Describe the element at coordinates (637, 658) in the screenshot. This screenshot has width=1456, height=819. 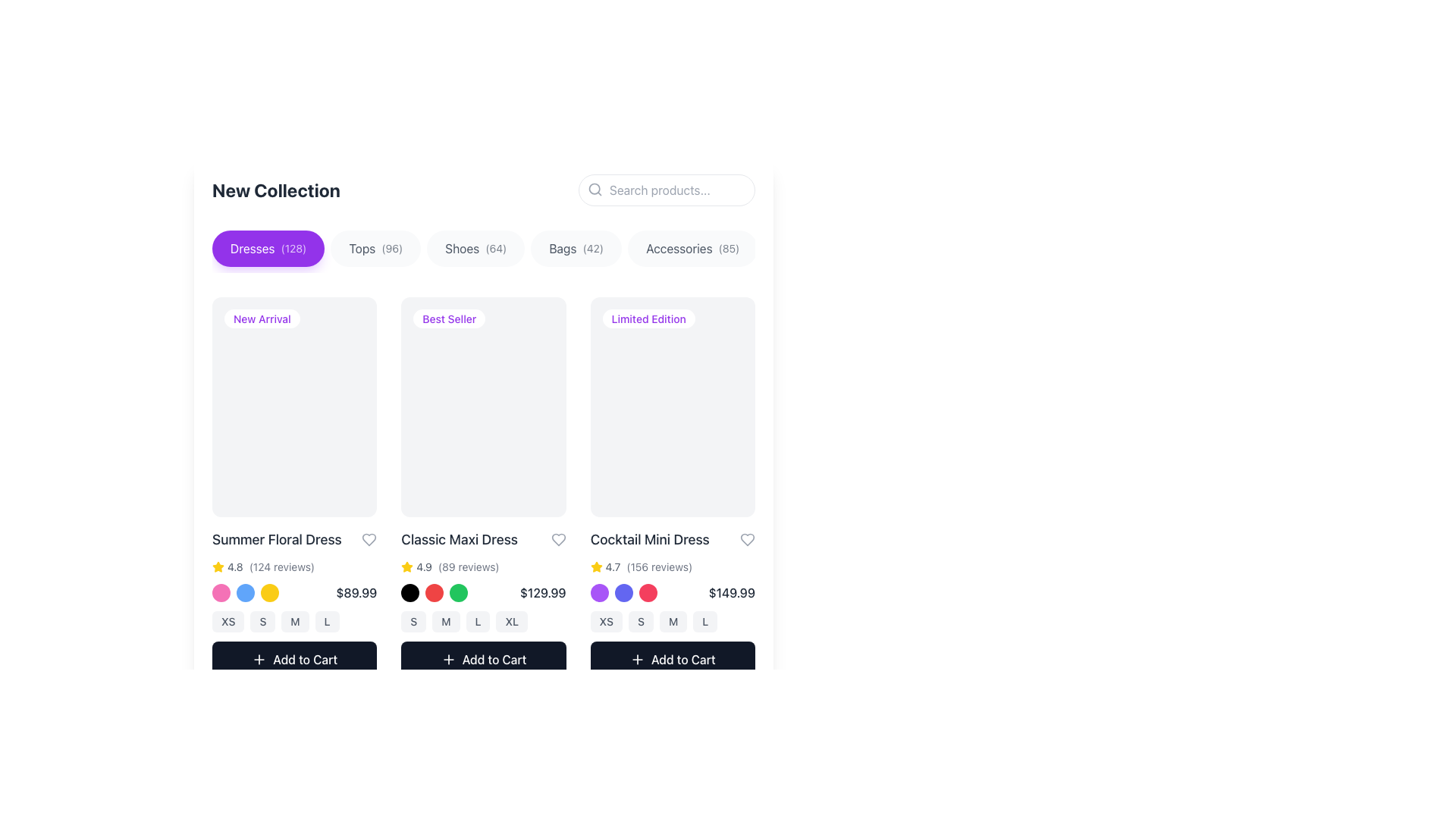
I see `the '+' icon within the 'Add to Cart' button, which is styled with a round design and set against a dark blue background` at that location.